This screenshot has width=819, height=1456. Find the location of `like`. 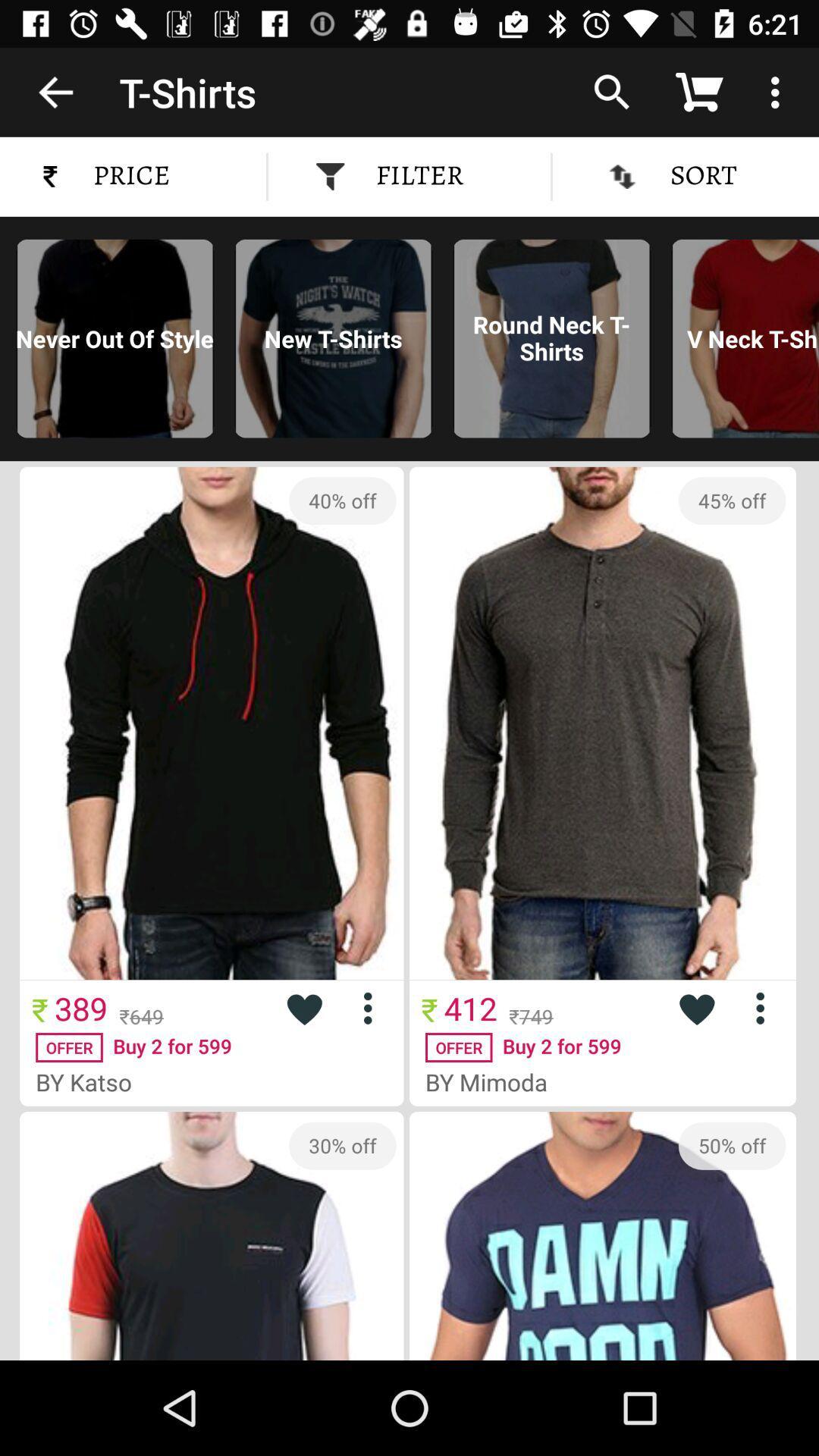

like is located at coordinates (696, 1008).